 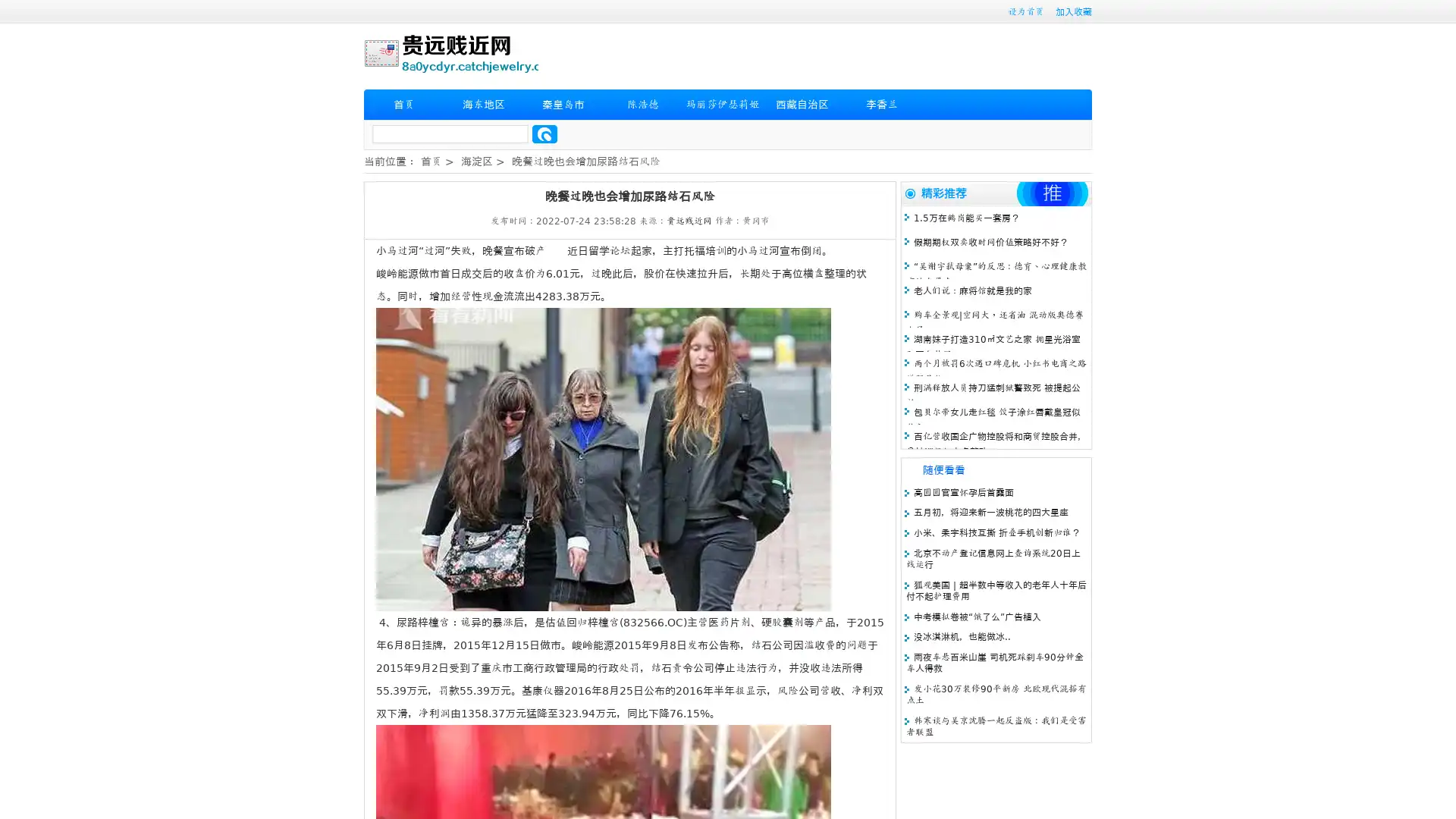 What do you see at coordinates (544, 133) in the screenshot?
I see `Search` at bounding box center [544, 133].